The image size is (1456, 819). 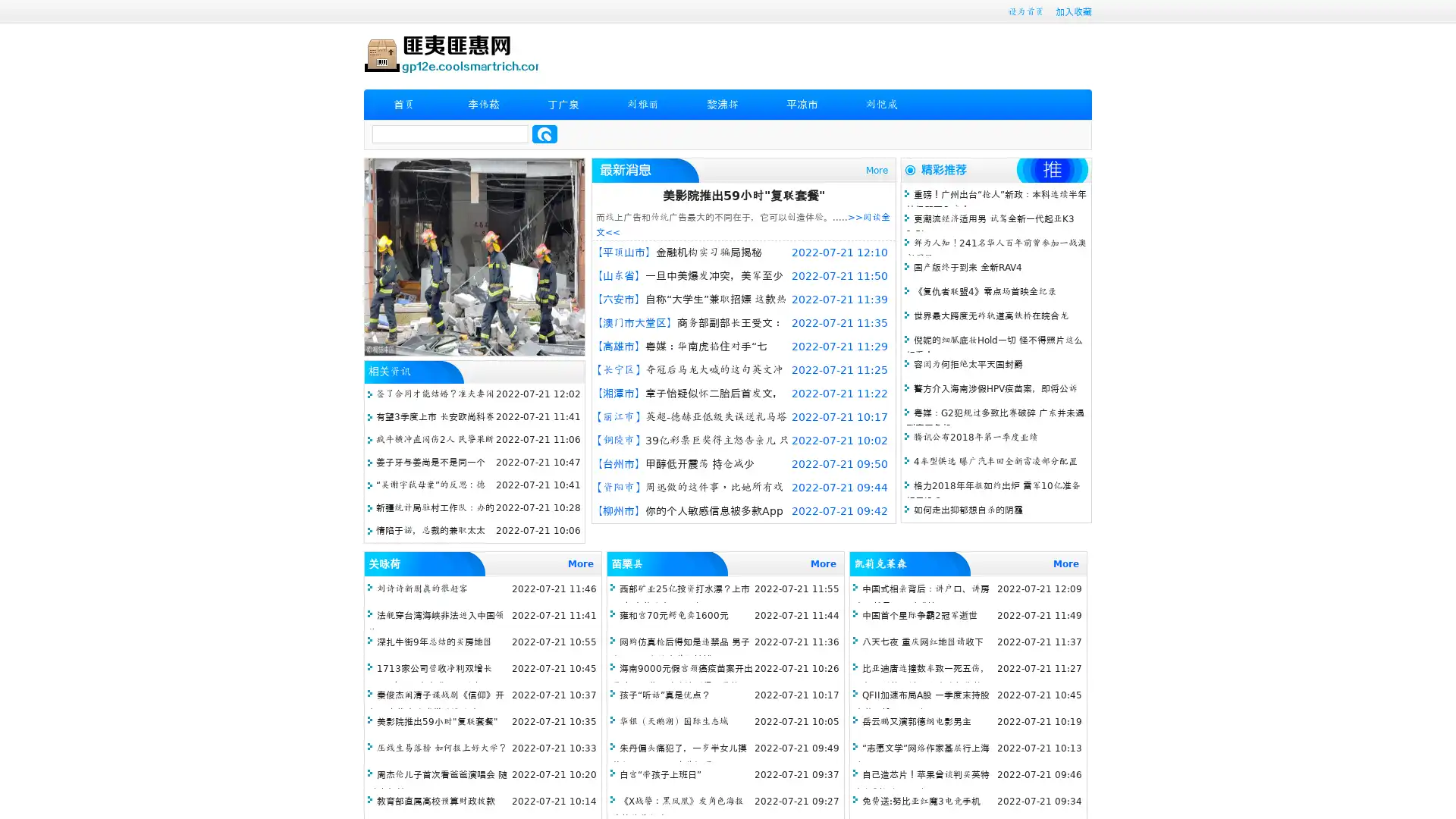 I want to click on Search, so click(x=544, y=133).